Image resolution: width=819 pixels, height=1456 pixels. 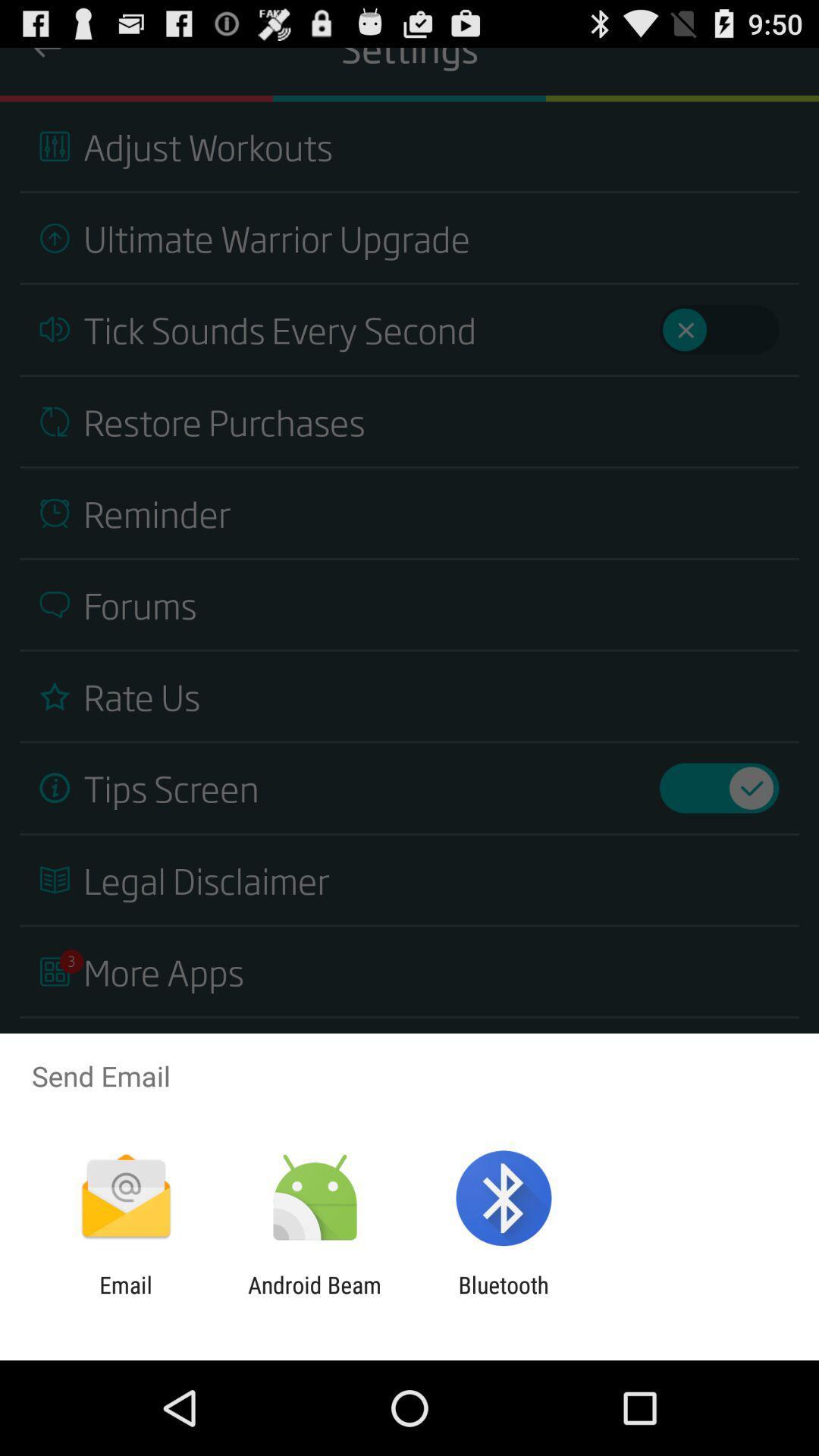 I want to click on icon next to bluetooth app, so click(x=314, y=1298).